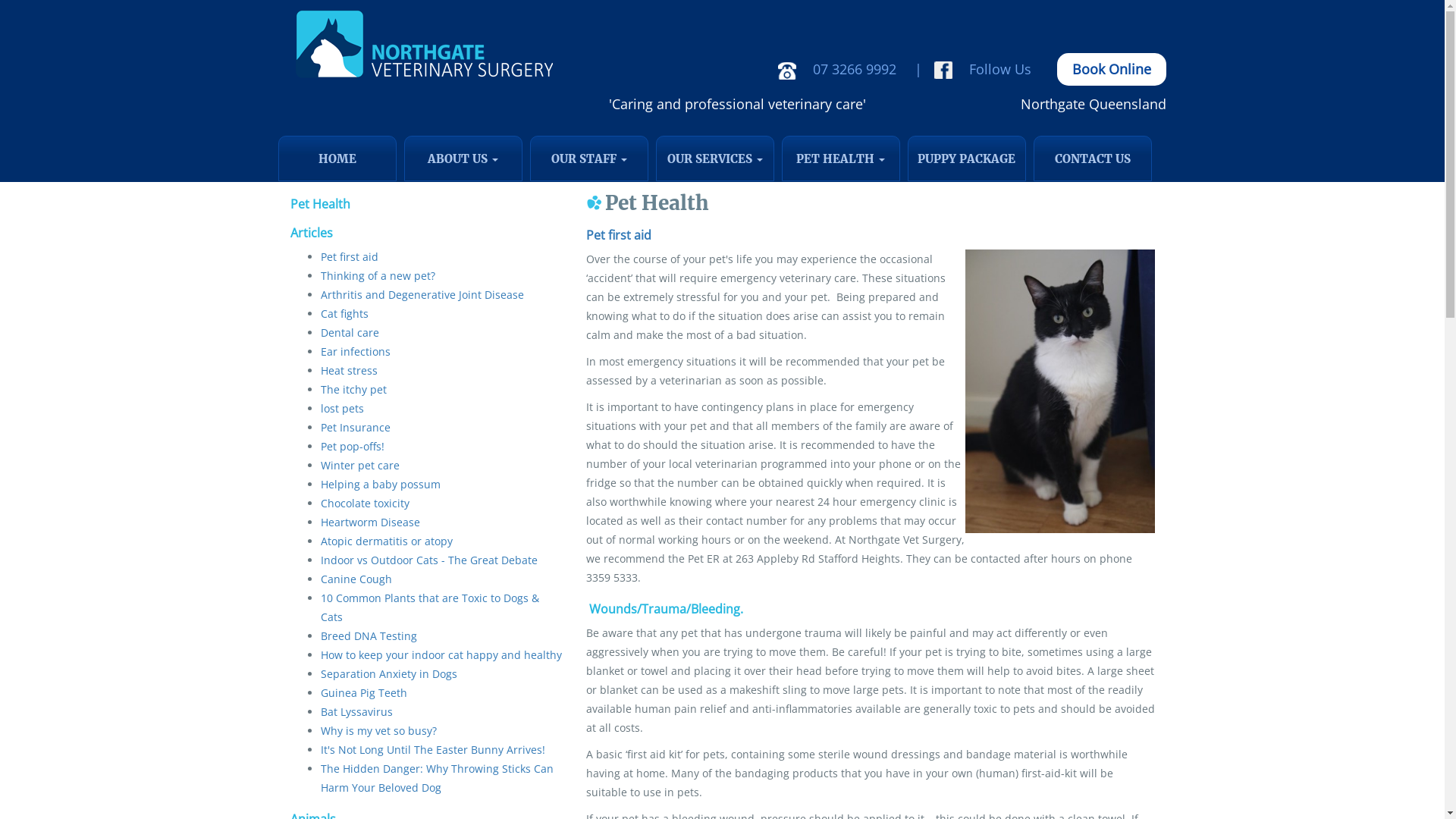 Image resolution: width=1456 pixels, height=819 pixels. What do you see at coordinates (355, 579) in the screenshot?
I see `'Canine Cough'` at bounding box center [355, 579].